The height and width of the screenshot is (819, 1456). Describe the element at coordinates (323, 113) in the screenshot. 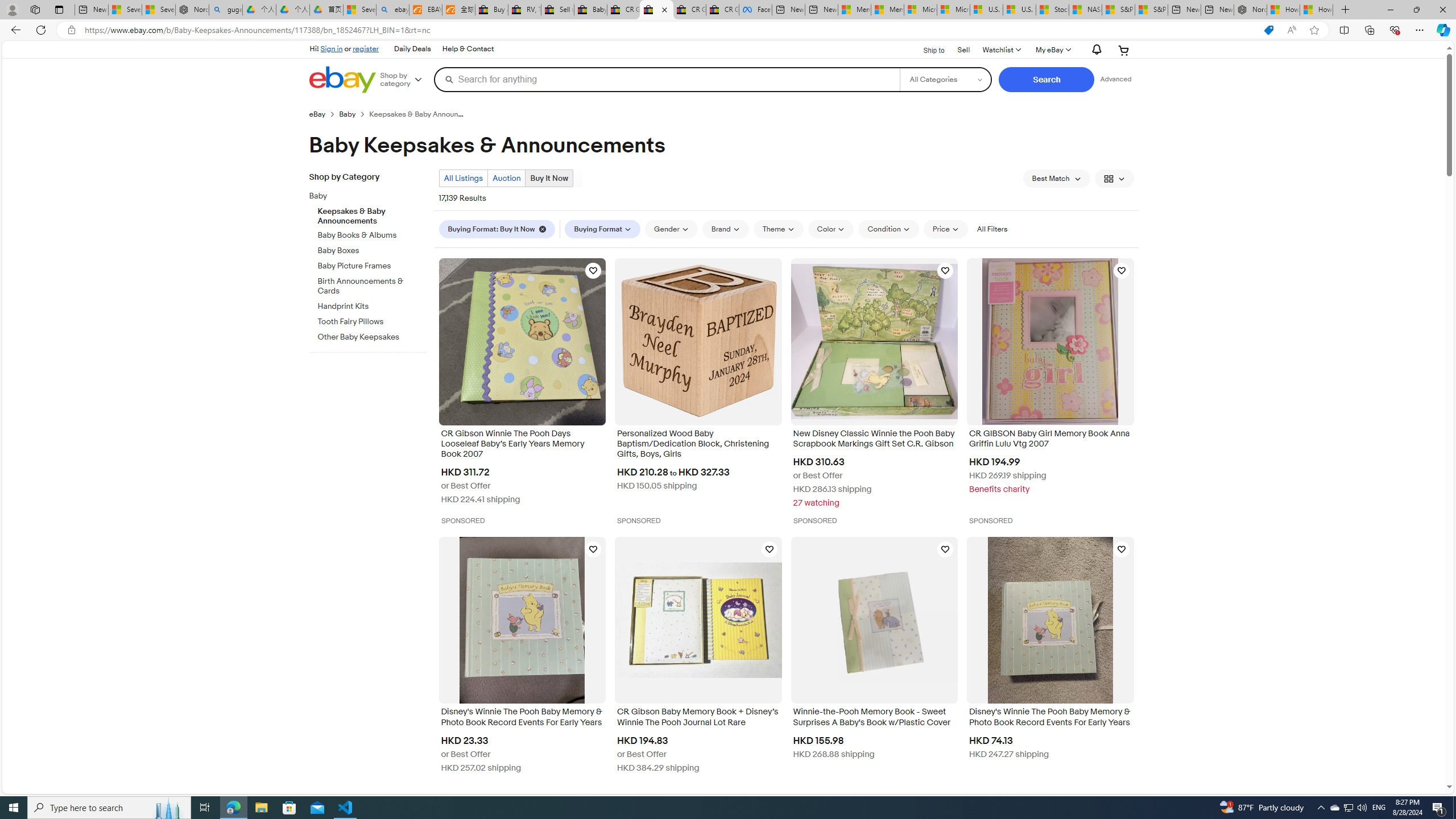

I see `'eBay'` at that location.